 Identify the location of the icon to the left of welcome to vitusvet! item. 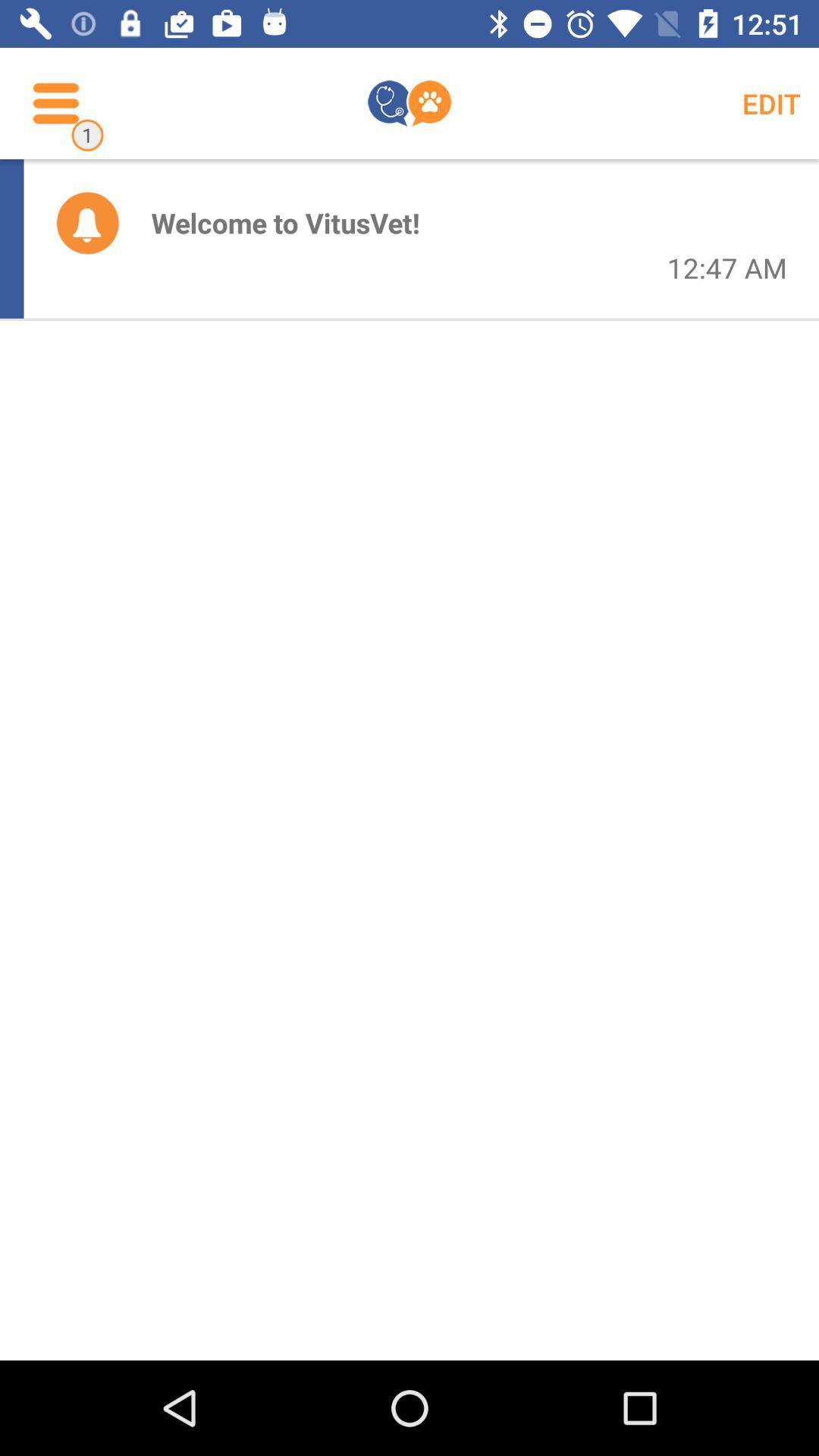
(87, 221).